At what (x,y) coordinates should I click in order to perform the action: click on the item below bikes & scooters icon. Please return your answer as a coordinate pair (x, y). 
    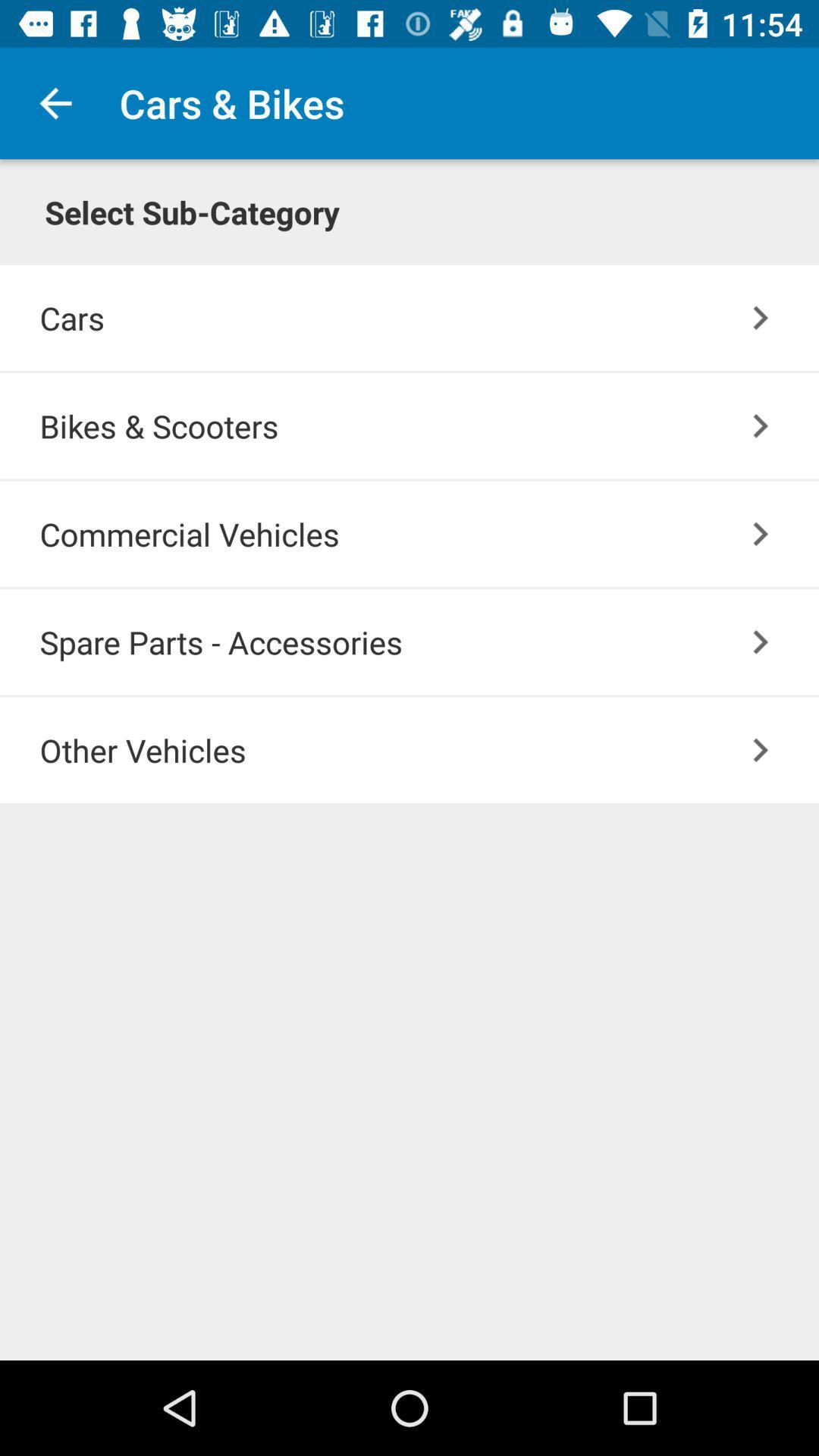
    Looking at the image, I should click on (429, 534).